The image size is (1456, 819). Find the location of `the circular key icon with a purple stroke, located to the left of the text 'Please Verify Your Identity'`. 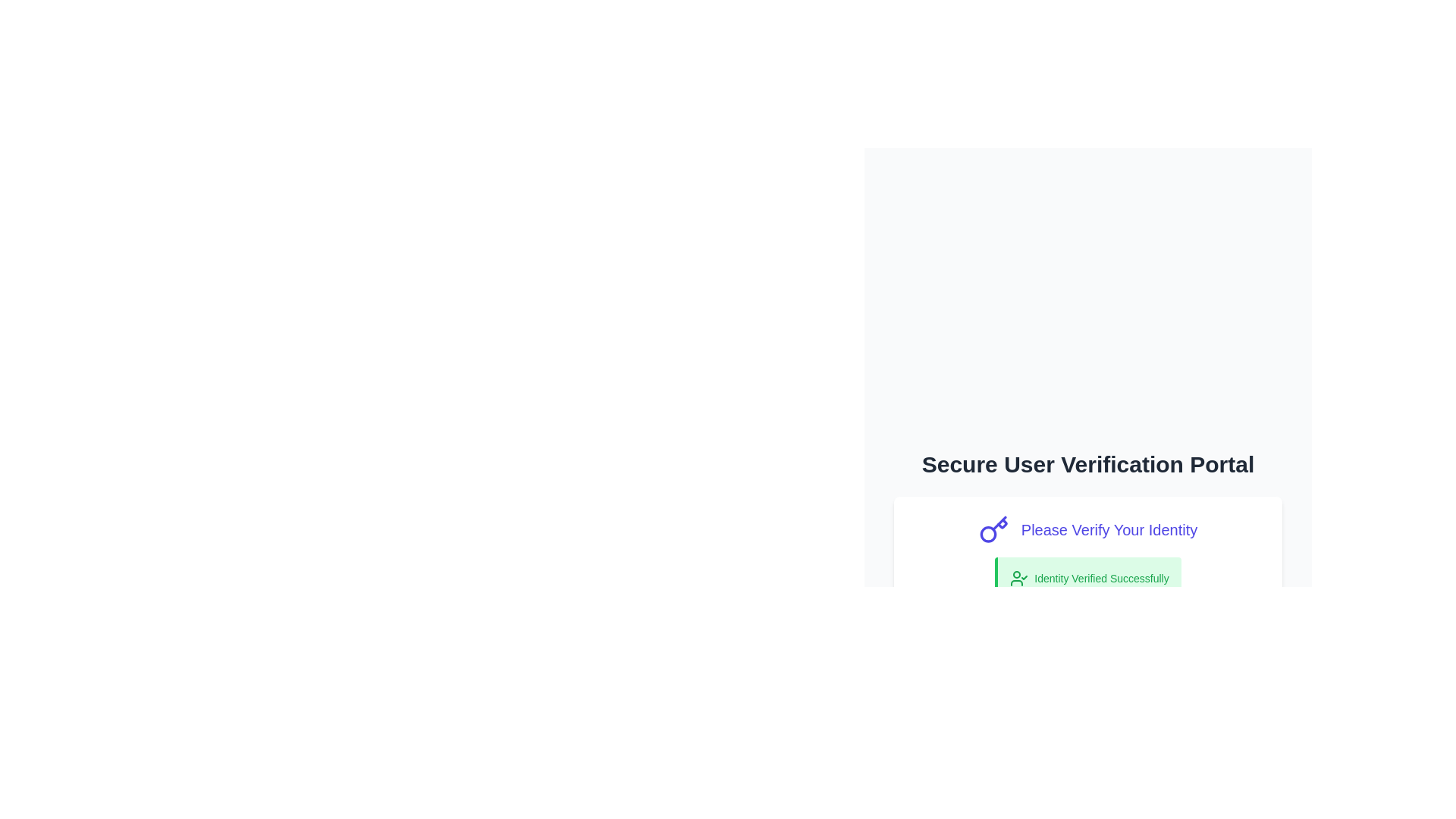

the circular key icon with a purple stroke, located to the left of the text 'Please Verify Your Identity' is located at coordinates (993, 529).